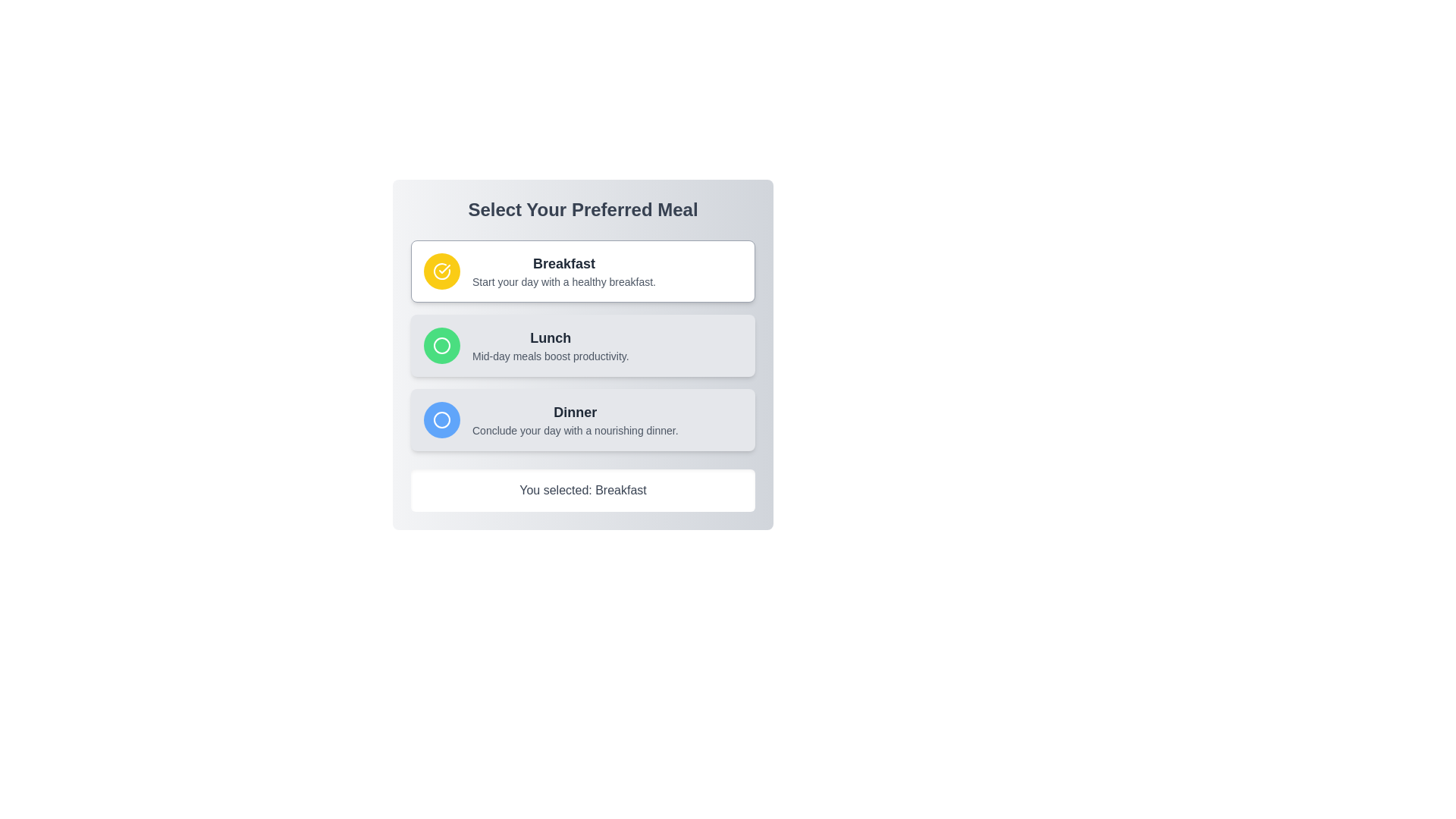  What do you see at coordinates (574, 430) in the screenshot?
I see `the text label that reads 'Conclude your day with a nourishing dinner.' which is styled with smaller gray font and positioned as a subtext under the 'Dinner' heading` at bounding box center [574, 430].